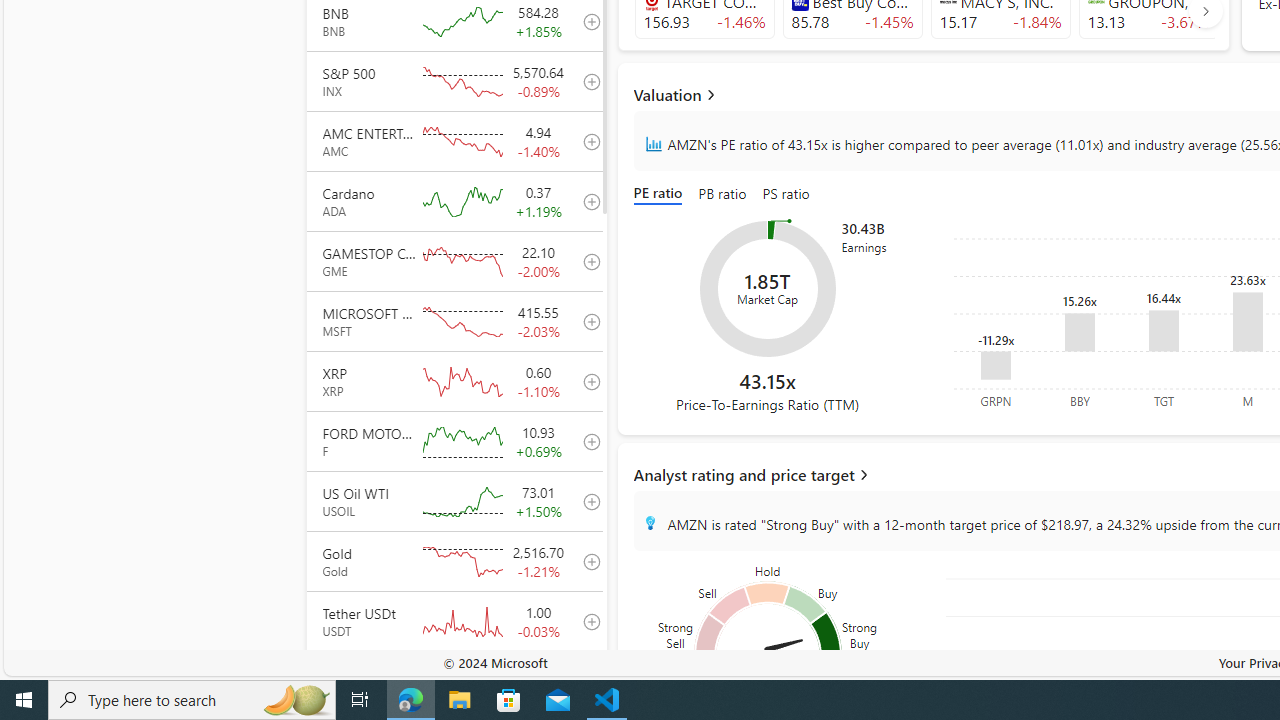 The image size is (1280, 720). What do you see at coordinates (721, 195) in the screenshot?
I see `'PB ratio'` at bounding box center [721, 195].